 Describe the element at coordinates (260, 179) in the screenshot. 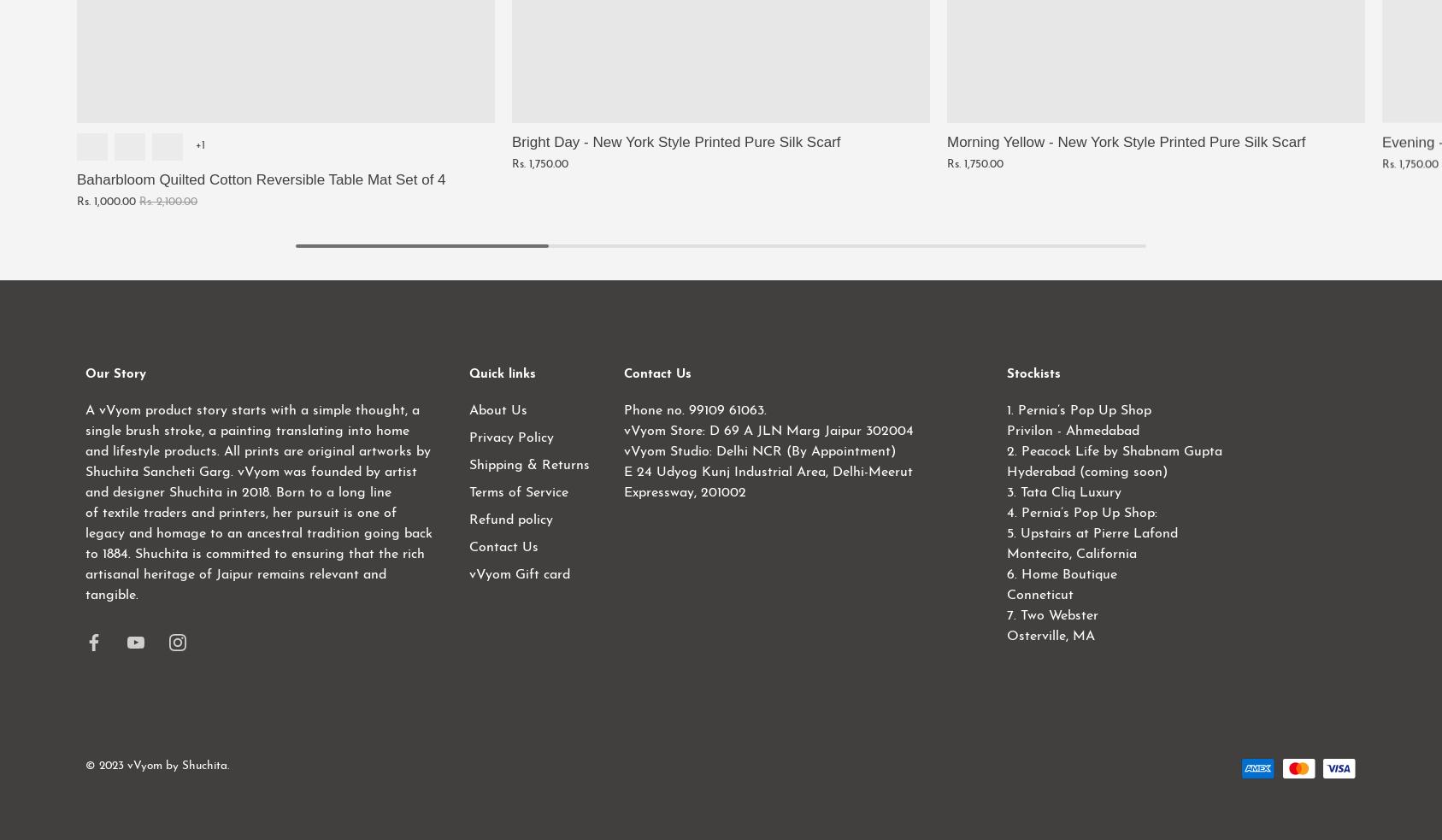

I see `'Baharbloom Quilted Cotton Reversible Table Mat Set of 4'` at that location.